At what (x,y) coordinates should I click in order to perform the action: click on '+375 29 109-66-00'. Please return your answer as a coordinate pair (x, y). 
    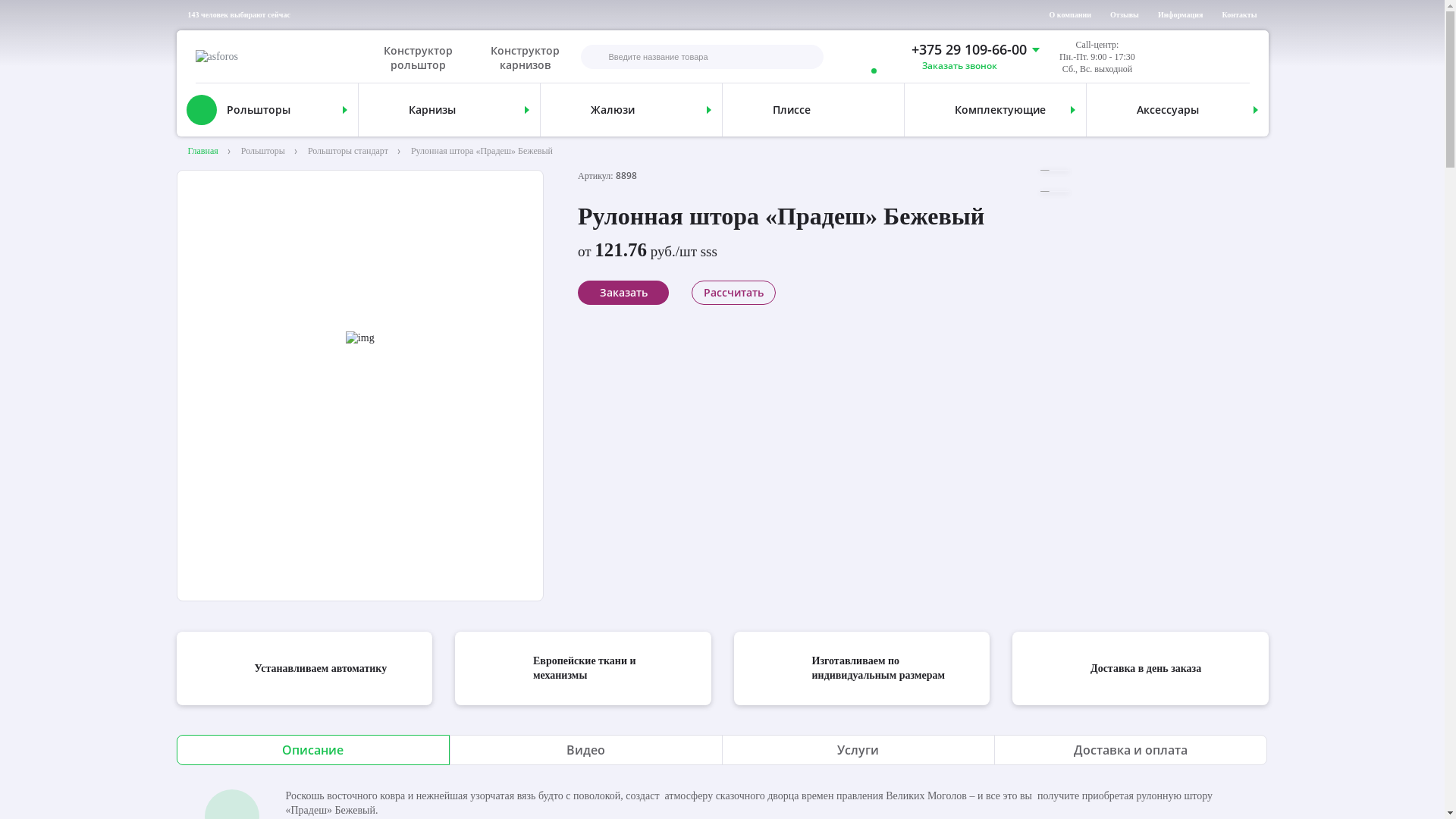
    Looking at the image, I should click on (958, 49).